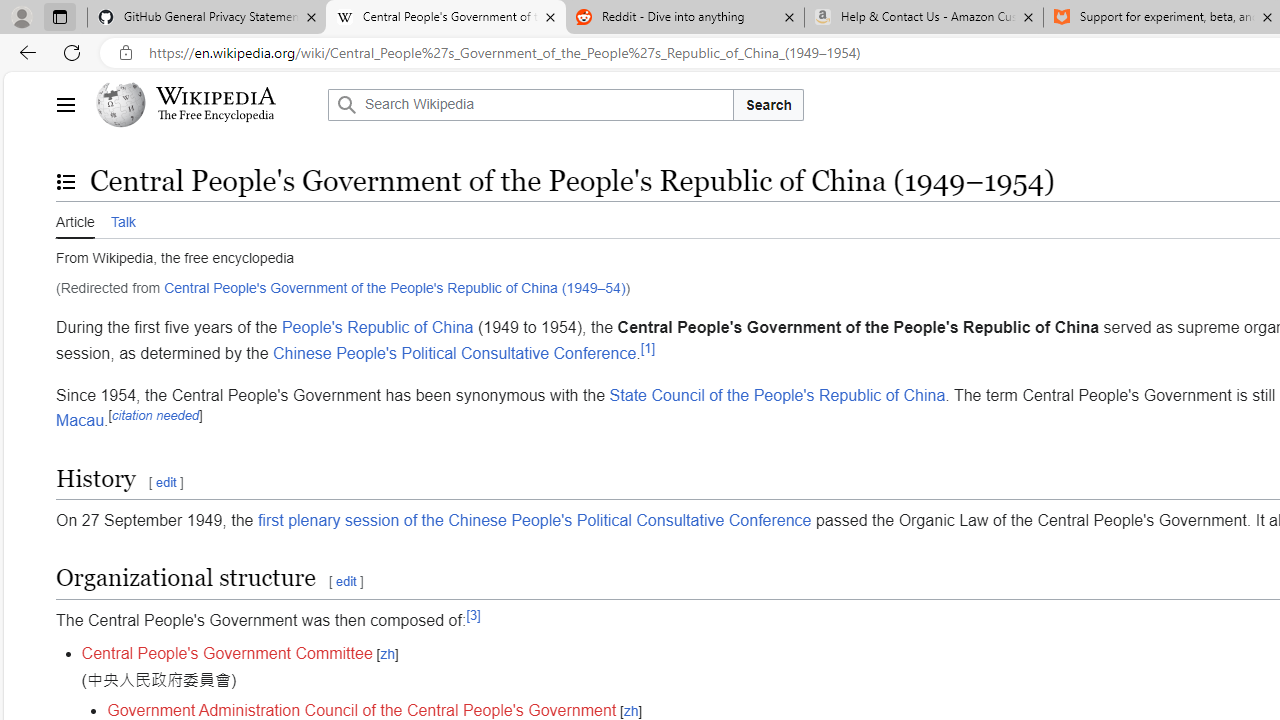  I want to click on '[3]', so click(472, 613).